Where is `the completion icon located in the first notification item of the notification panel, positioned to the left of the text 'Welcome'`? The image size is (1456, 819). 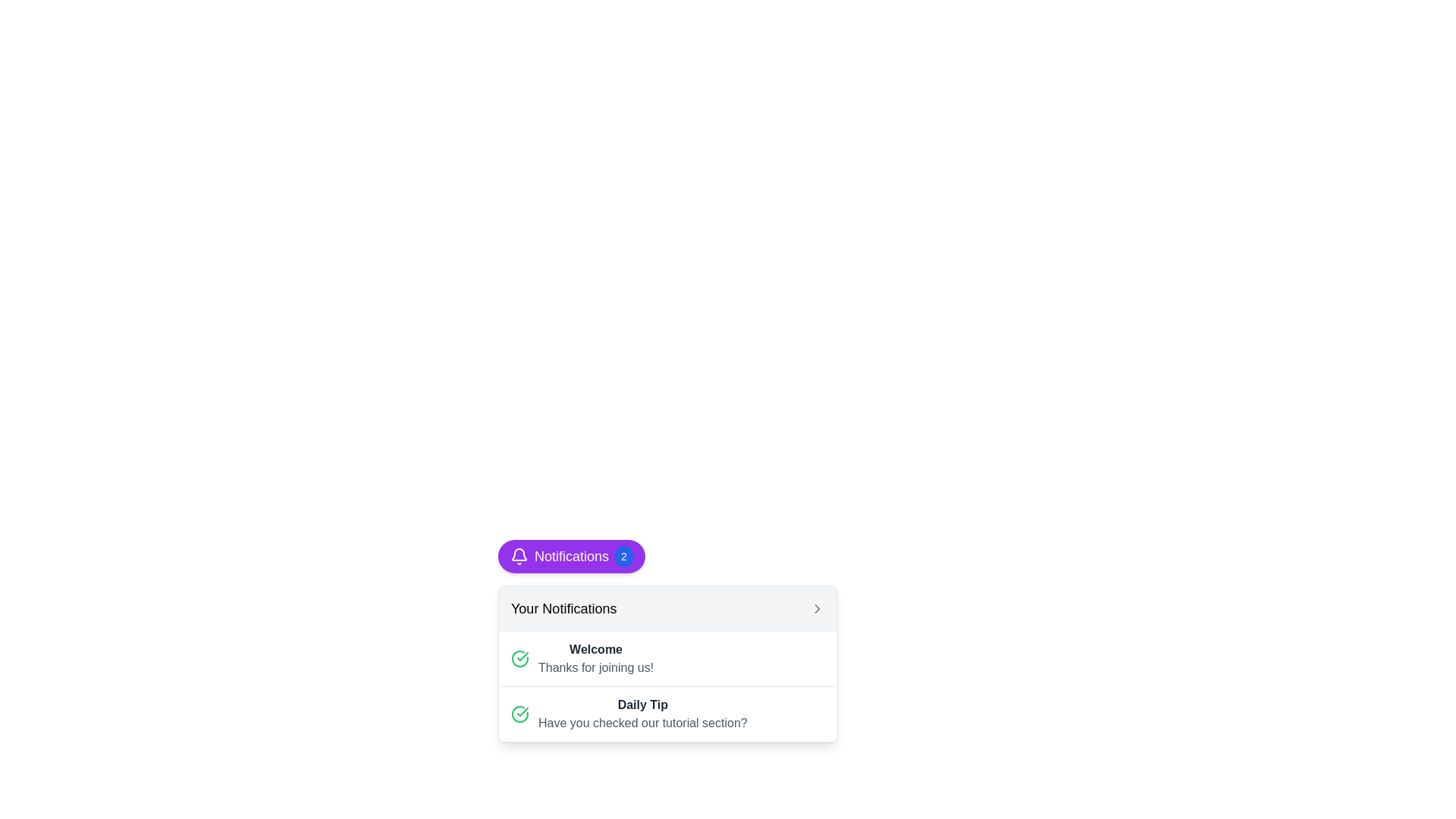 the completion icon located in the first notification item of the notification panel, positioned to the left of the text 'Welcome' is located at coordinates (520, 657).